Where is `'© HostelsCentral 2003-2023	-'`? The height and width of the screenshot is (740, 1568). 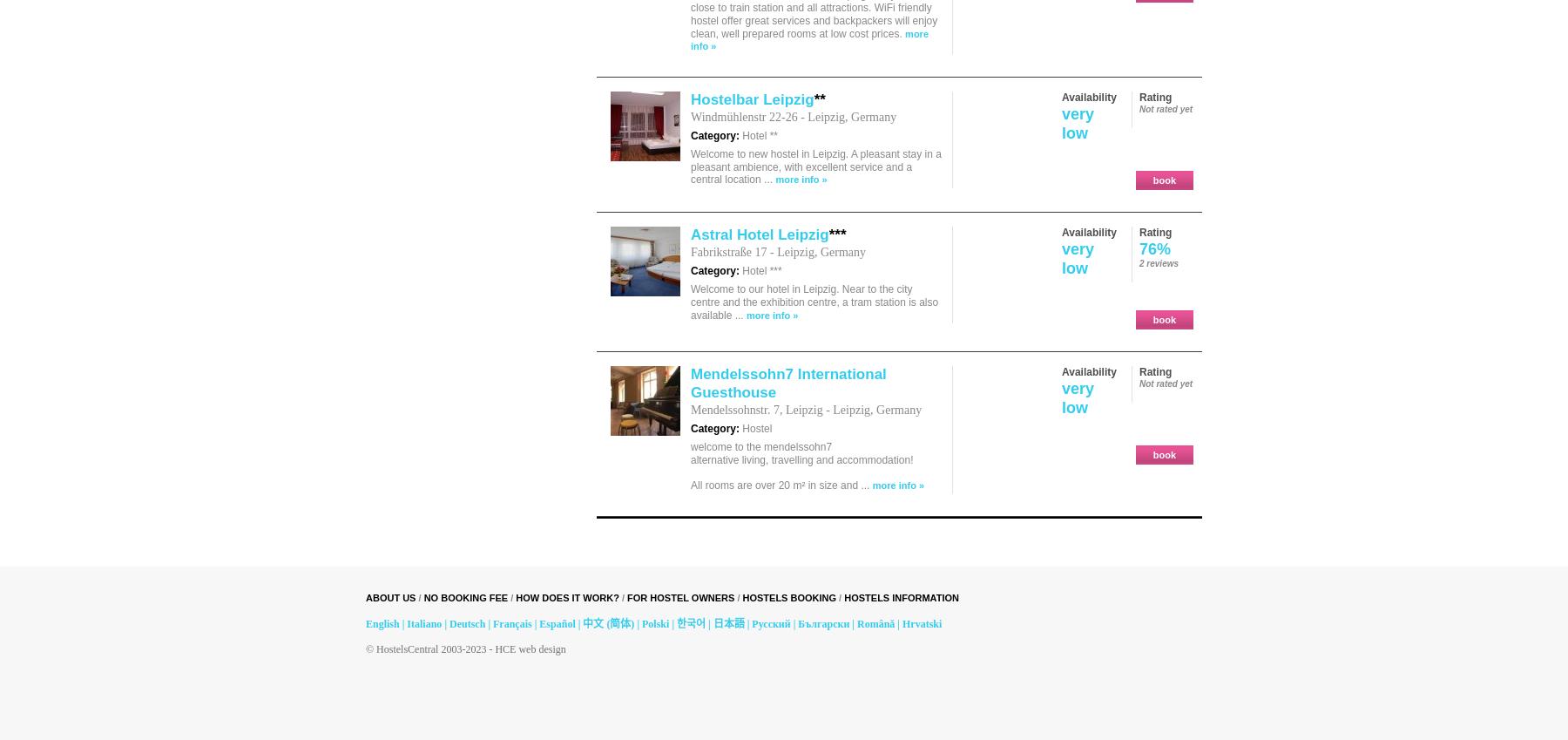
'© HostelsCentral 2003-2023	-' is located at coordinates (365, 648).